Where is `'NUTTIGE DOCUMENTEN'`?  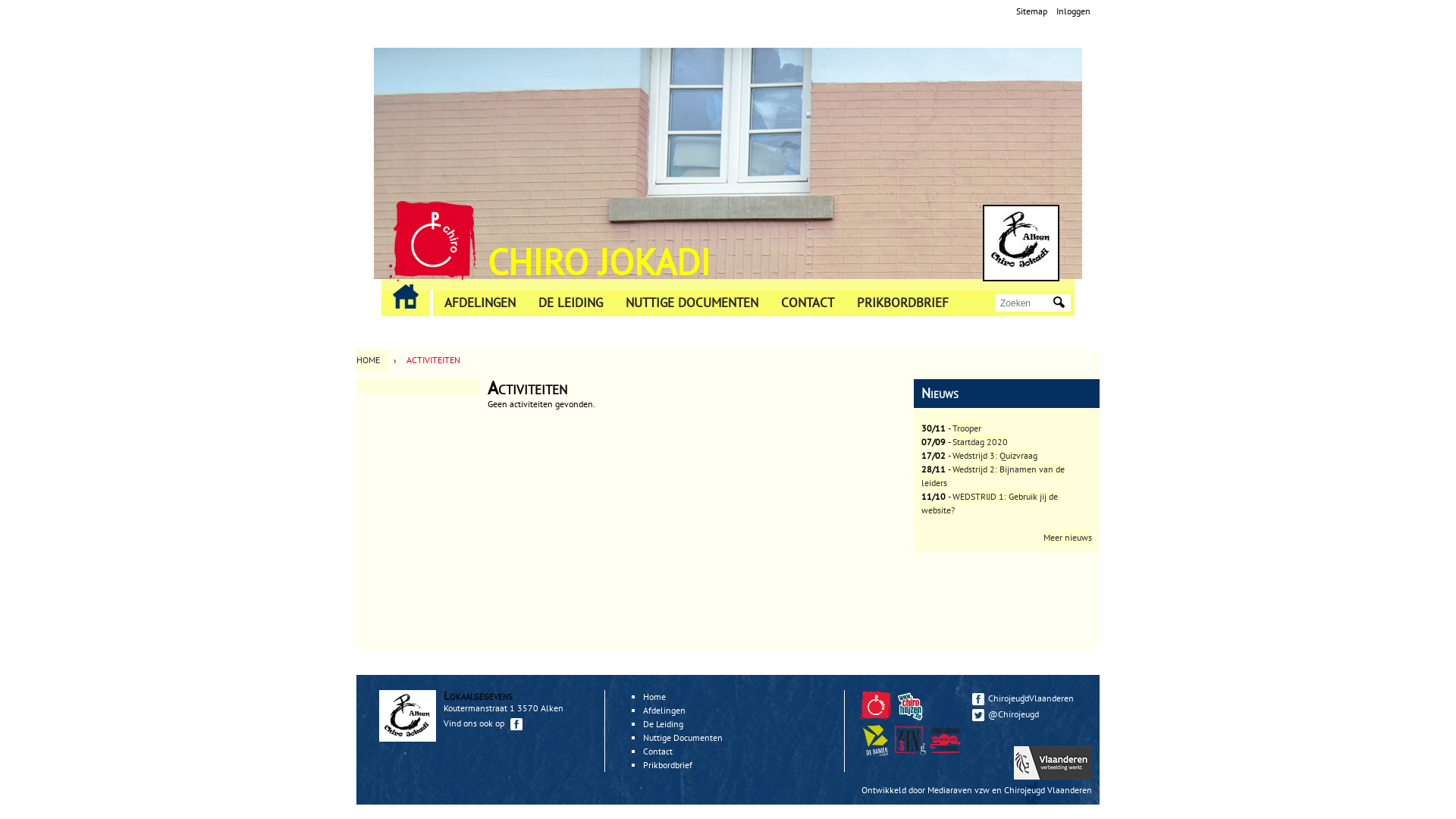 'NUTTIGE DOCUMENTEN' is located at coordinates (691, 303).